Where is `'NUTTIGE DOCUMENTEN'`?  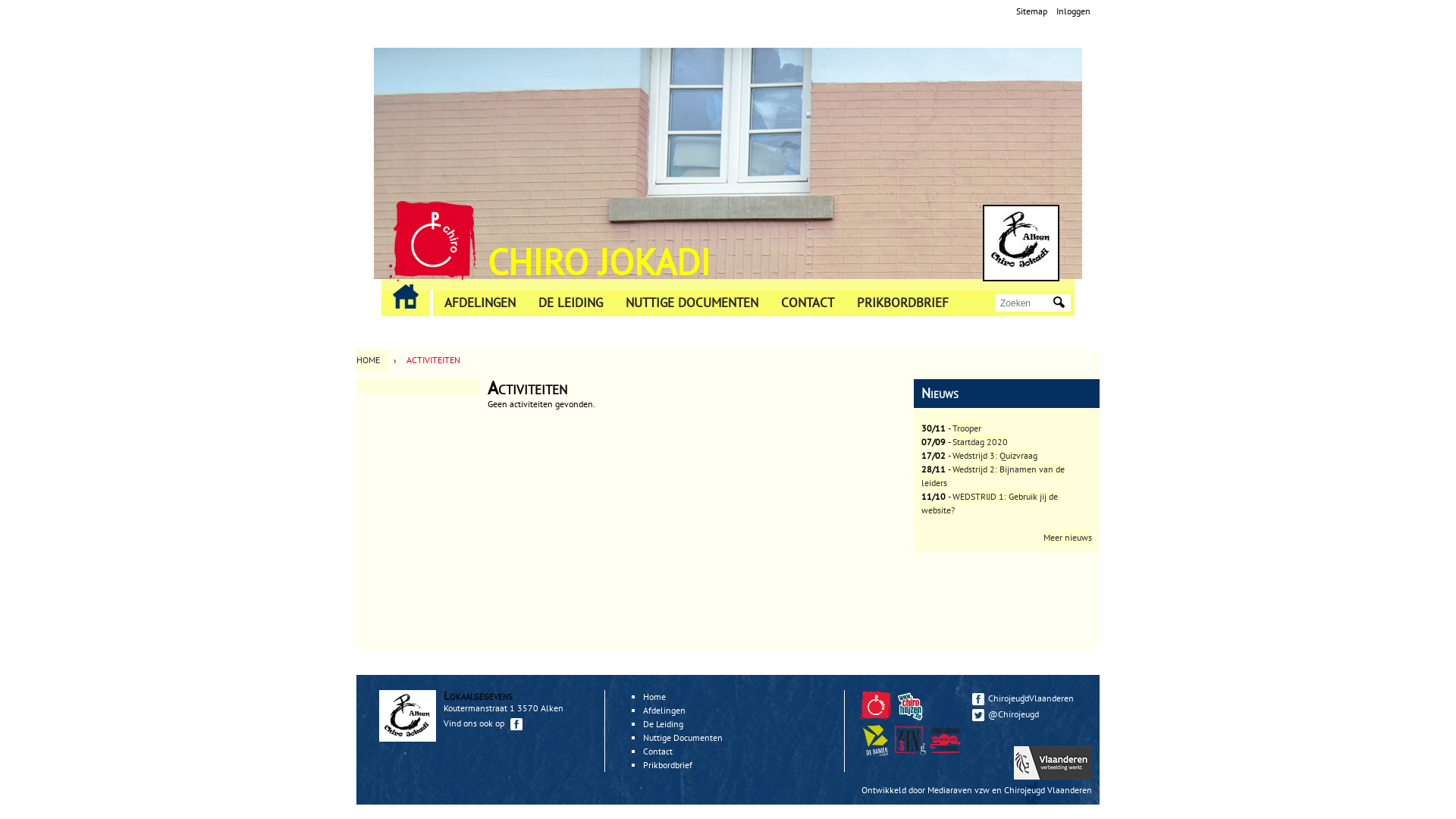 'NUTTIGE DOCUMENTEN' is located at coordinates (691, 303).